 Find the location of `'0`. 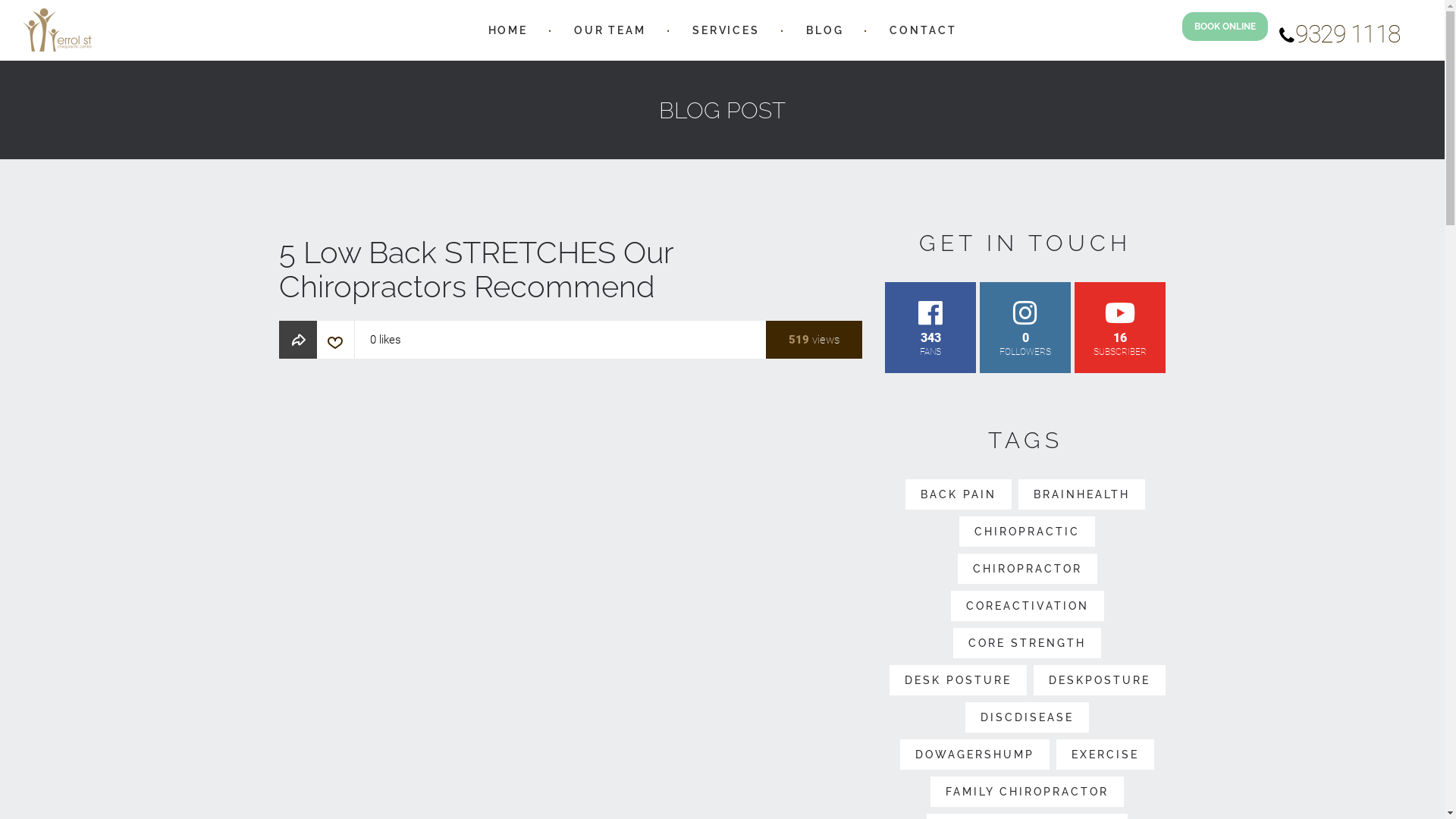

'0 is located at coordinates (979, 327).